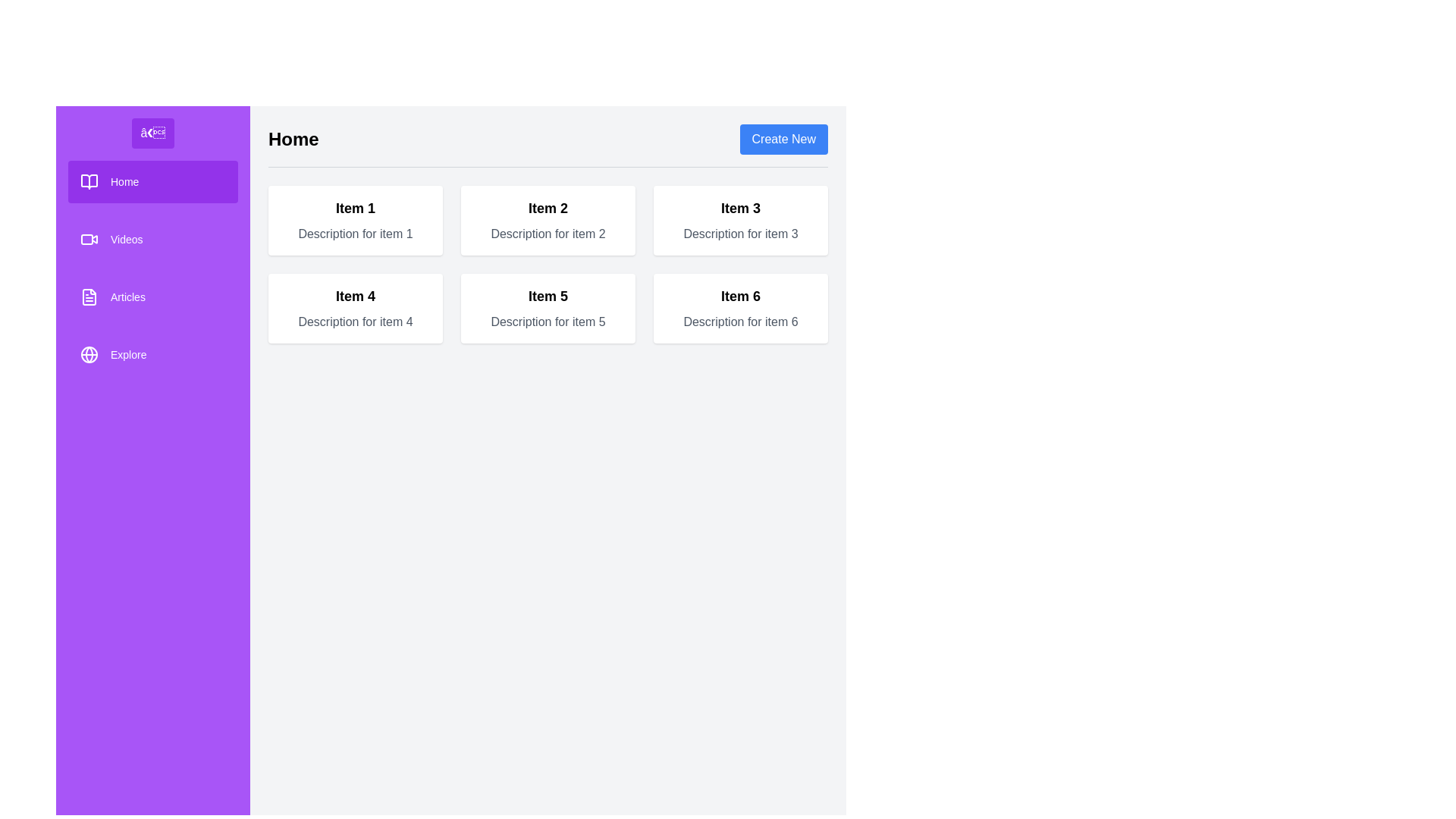  Describe the element at coordinates (89, 239) in the screenshot. I see `the camera icon on the purple background in the sidebar navigation menu` at that location.